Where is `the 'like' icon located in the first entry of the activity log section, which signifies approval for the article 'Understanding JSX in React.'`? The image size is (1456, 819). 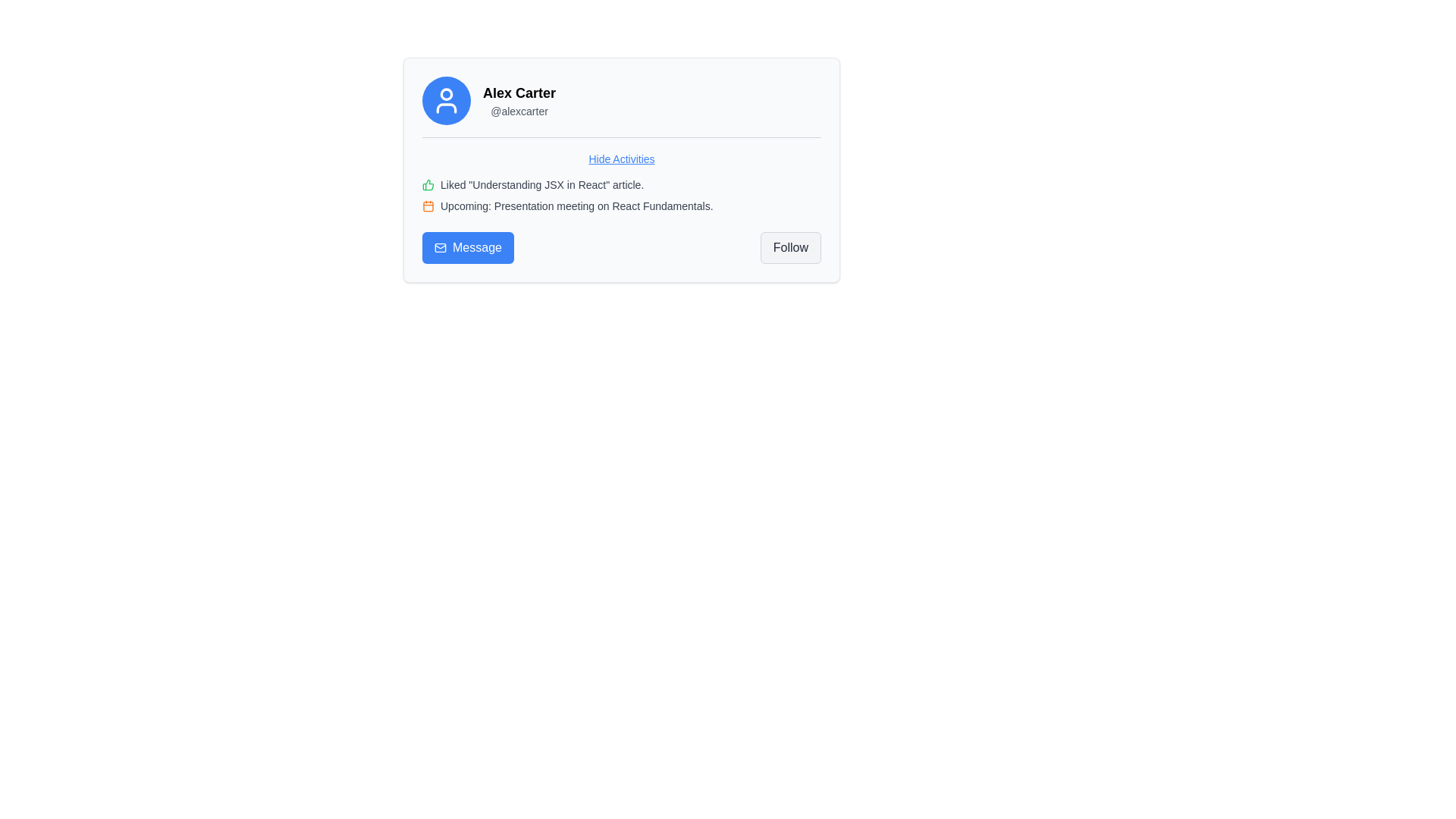
the 'like' icon located in the first entry of the activity log section, which signifies approval for the article 'Understanding JSX in React.' is located at coordinates (428, 184).